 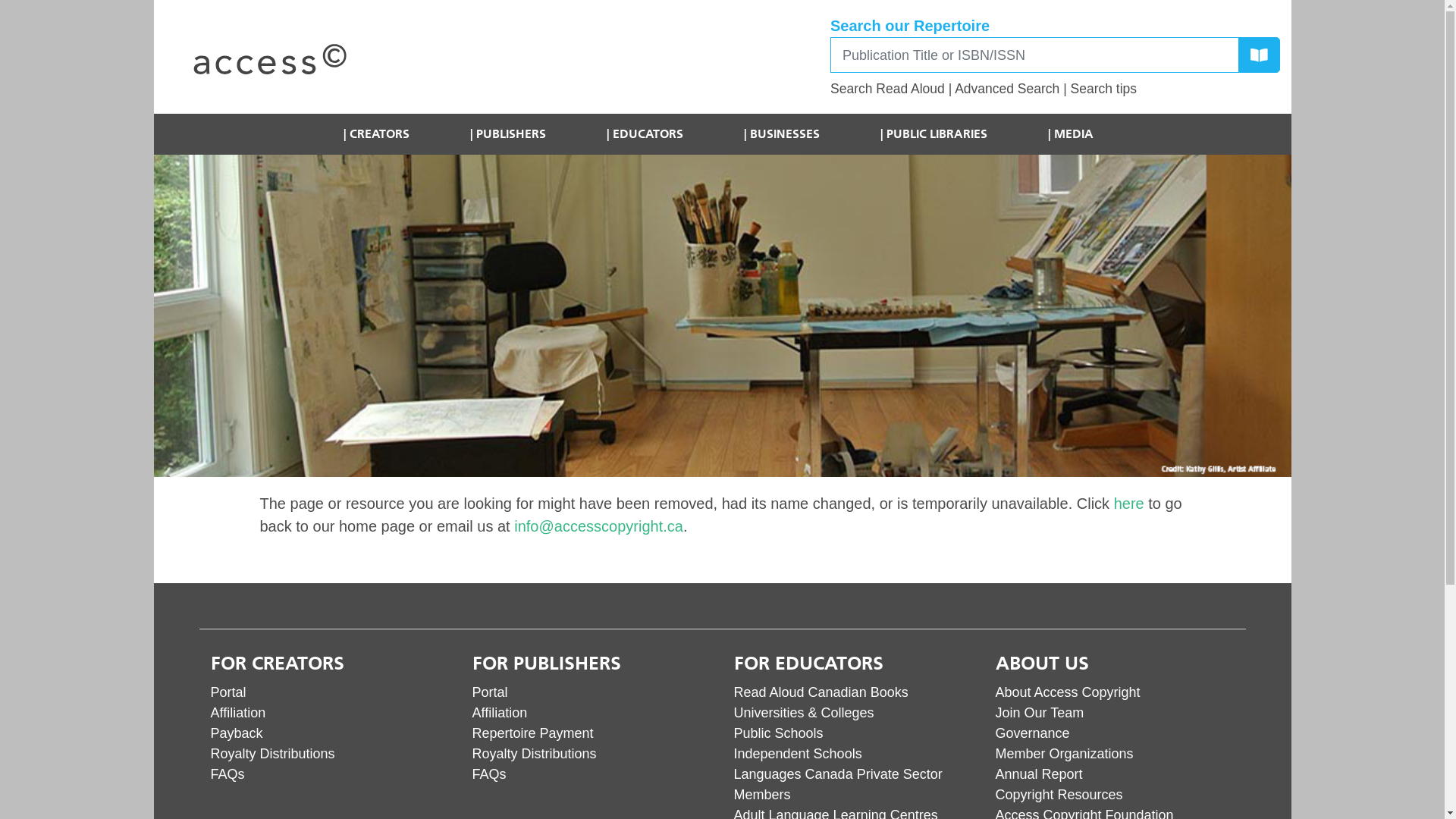 I want to click on 'FAQs', so click(x=227, y=774).